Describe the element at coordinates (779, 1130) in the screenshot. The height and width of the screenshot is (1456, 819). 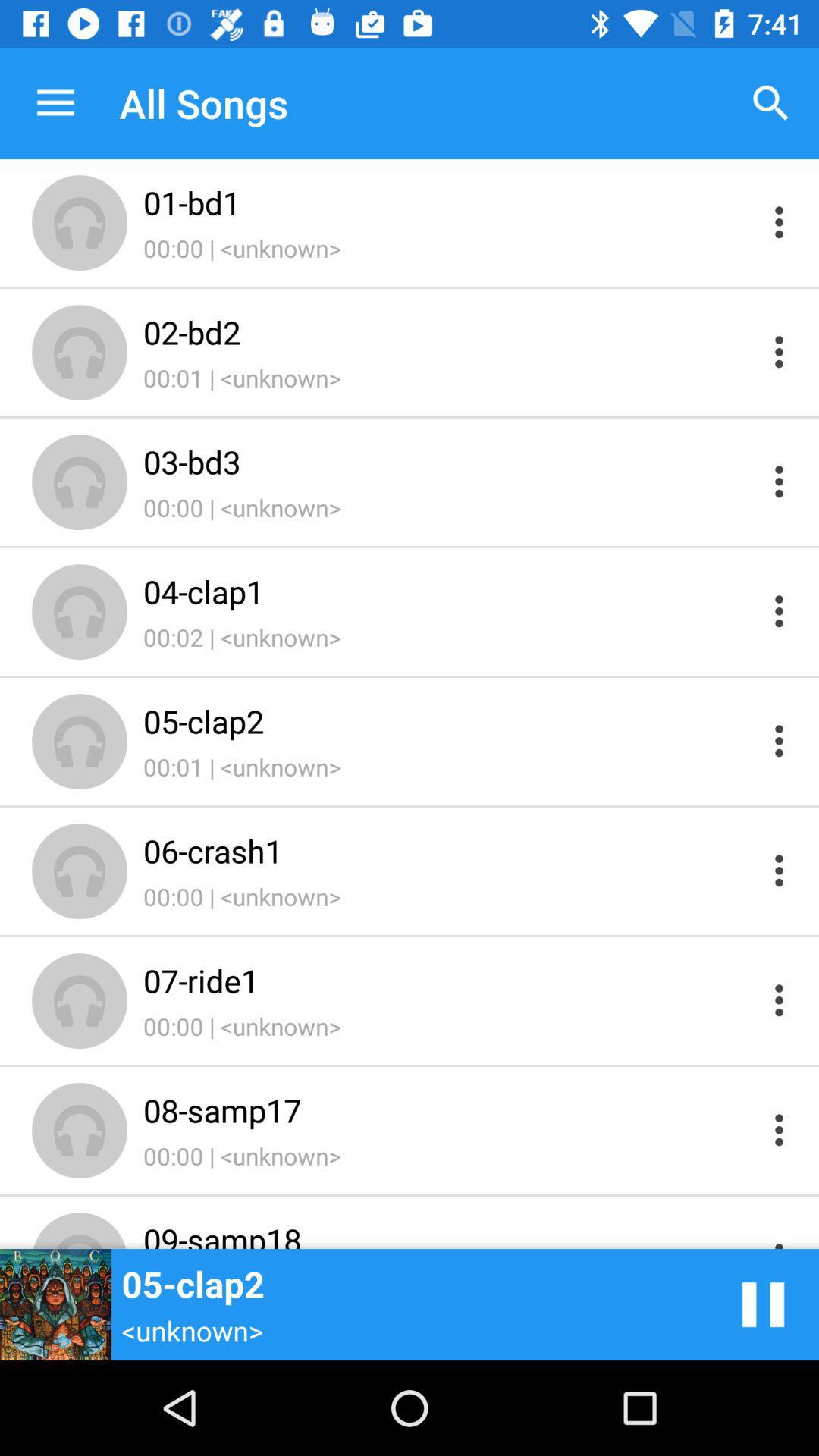
I see `options of song` at that location.